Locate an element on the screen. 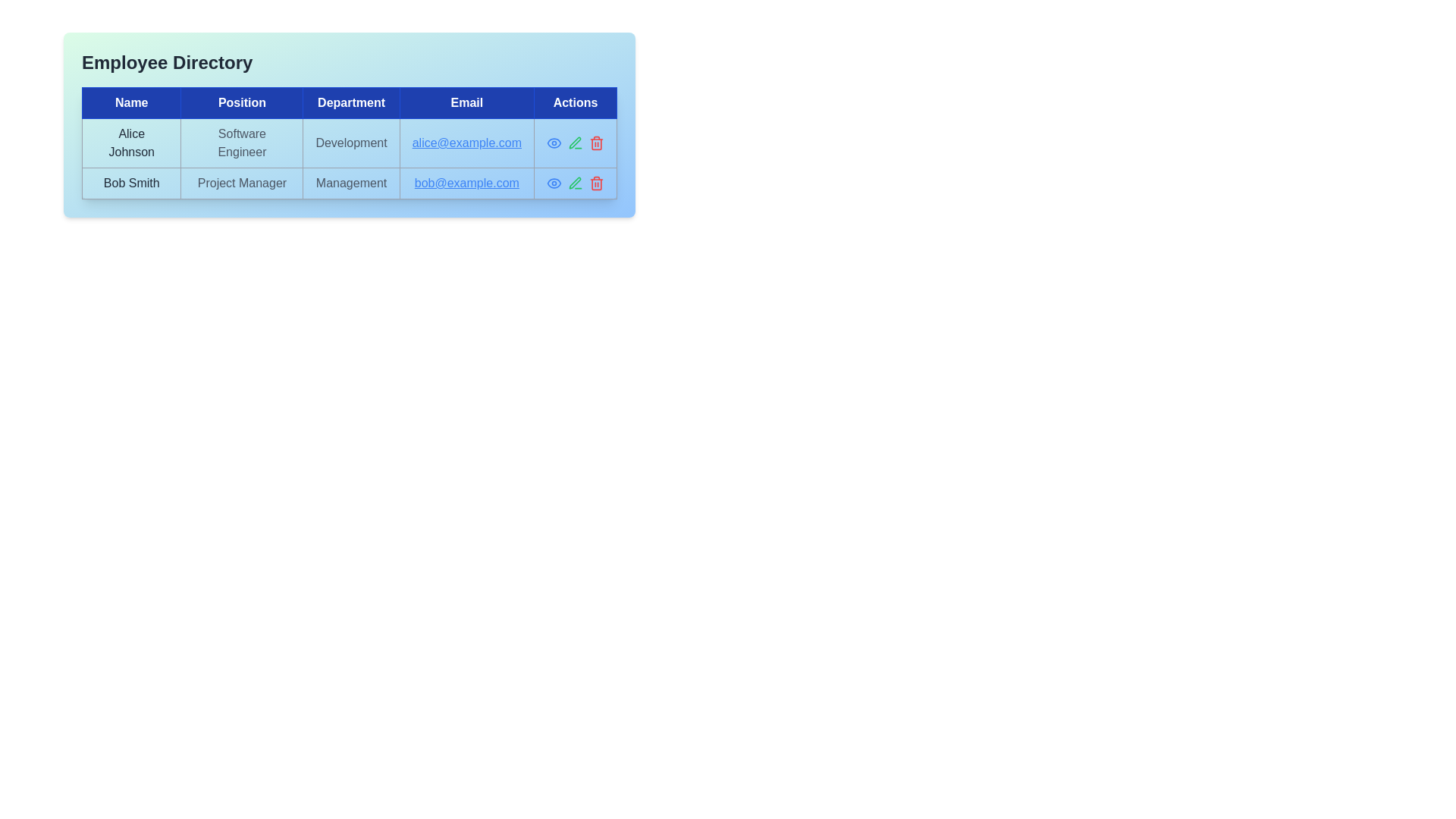 This screenshot has height=819, width=1456. the green pen icon in the second row of the 'Actions' column is located at coordinates (574, 143).